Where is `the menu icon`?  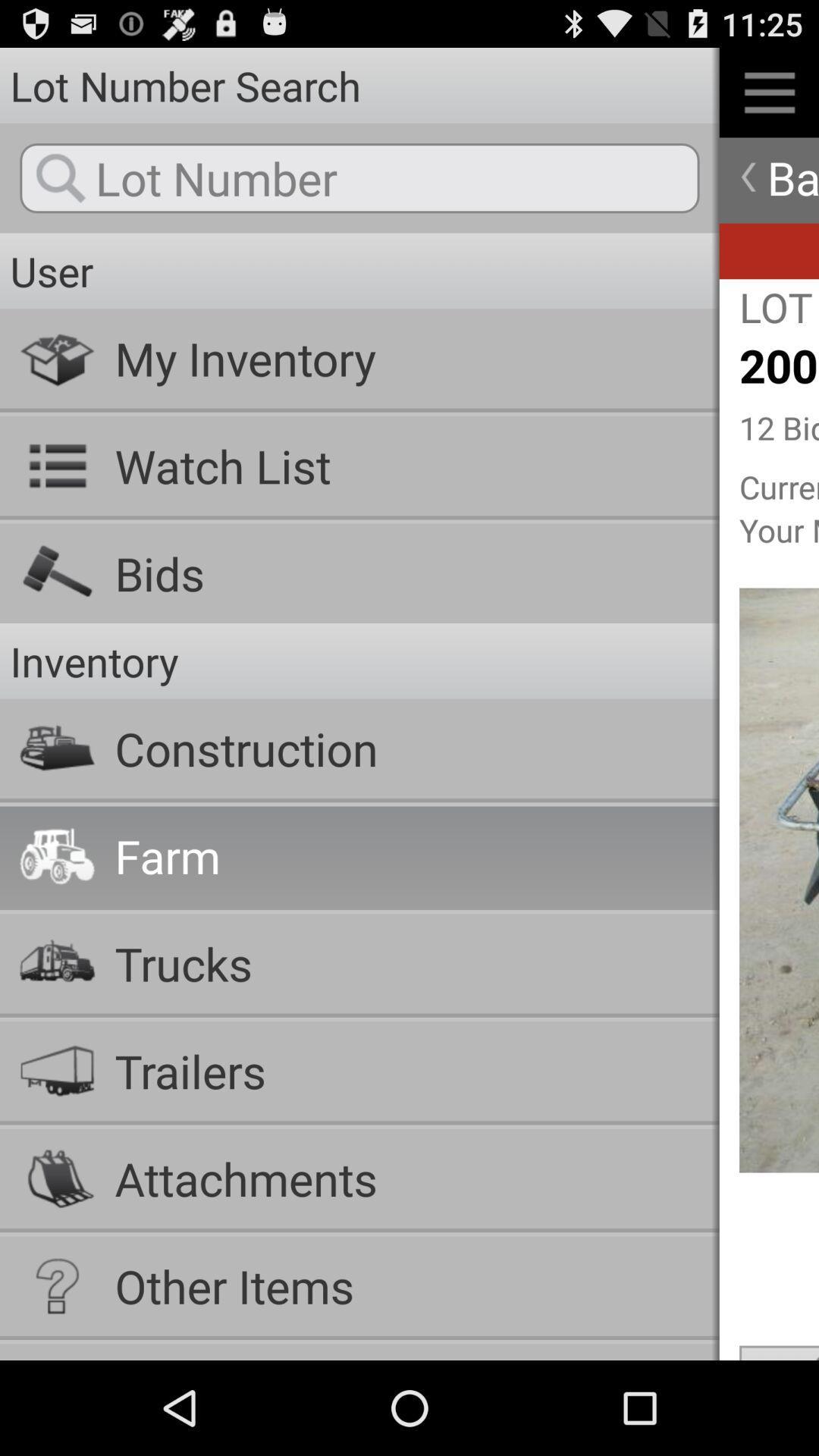 the menu icon is located at coordinates (769, 98).